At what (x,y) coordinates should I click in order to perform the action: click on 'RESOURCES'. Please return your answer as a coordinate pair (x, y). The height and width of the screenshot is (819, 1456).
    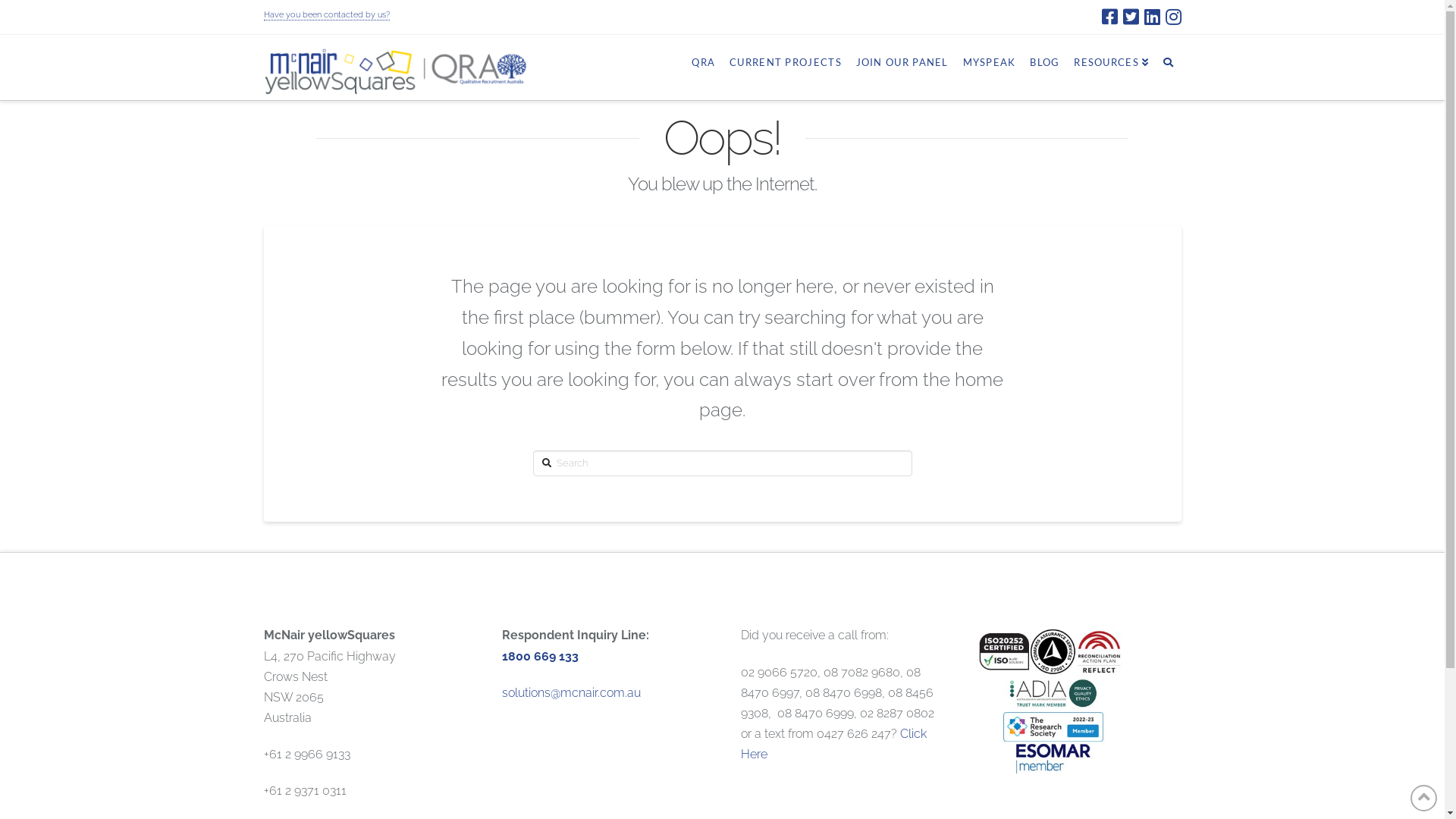
    Looking at the image, I should click on (1110, 61).